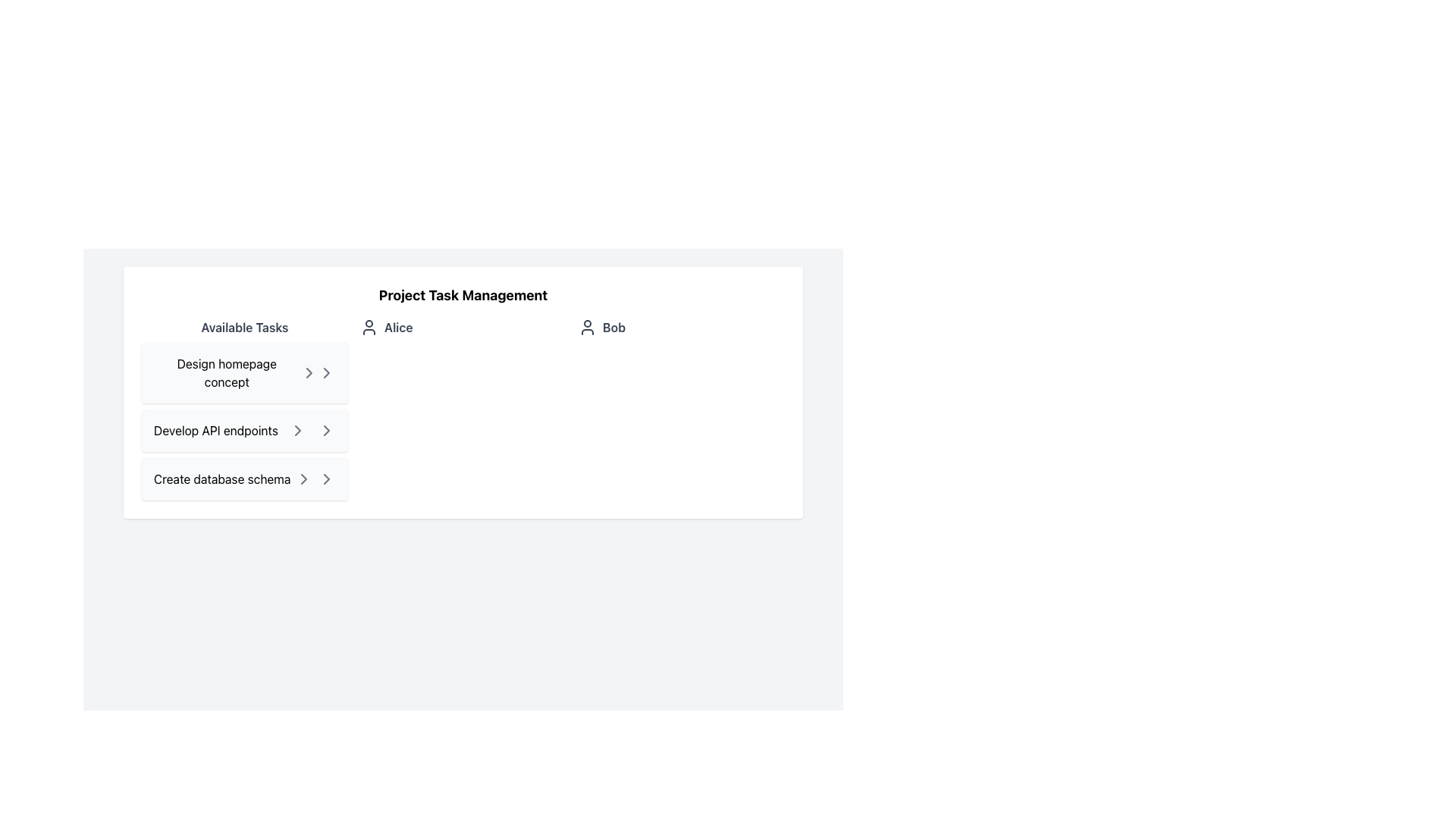 The height and width of the screenshot is (819, 1456). Describe the element at coordinates (244, 421) in the screenshot. I see `the task description text block that is the second item in the vertically stacked list under 'Available Tasks', positioned below 'Design homepage concept' and above 'Create database schema'` at that location.